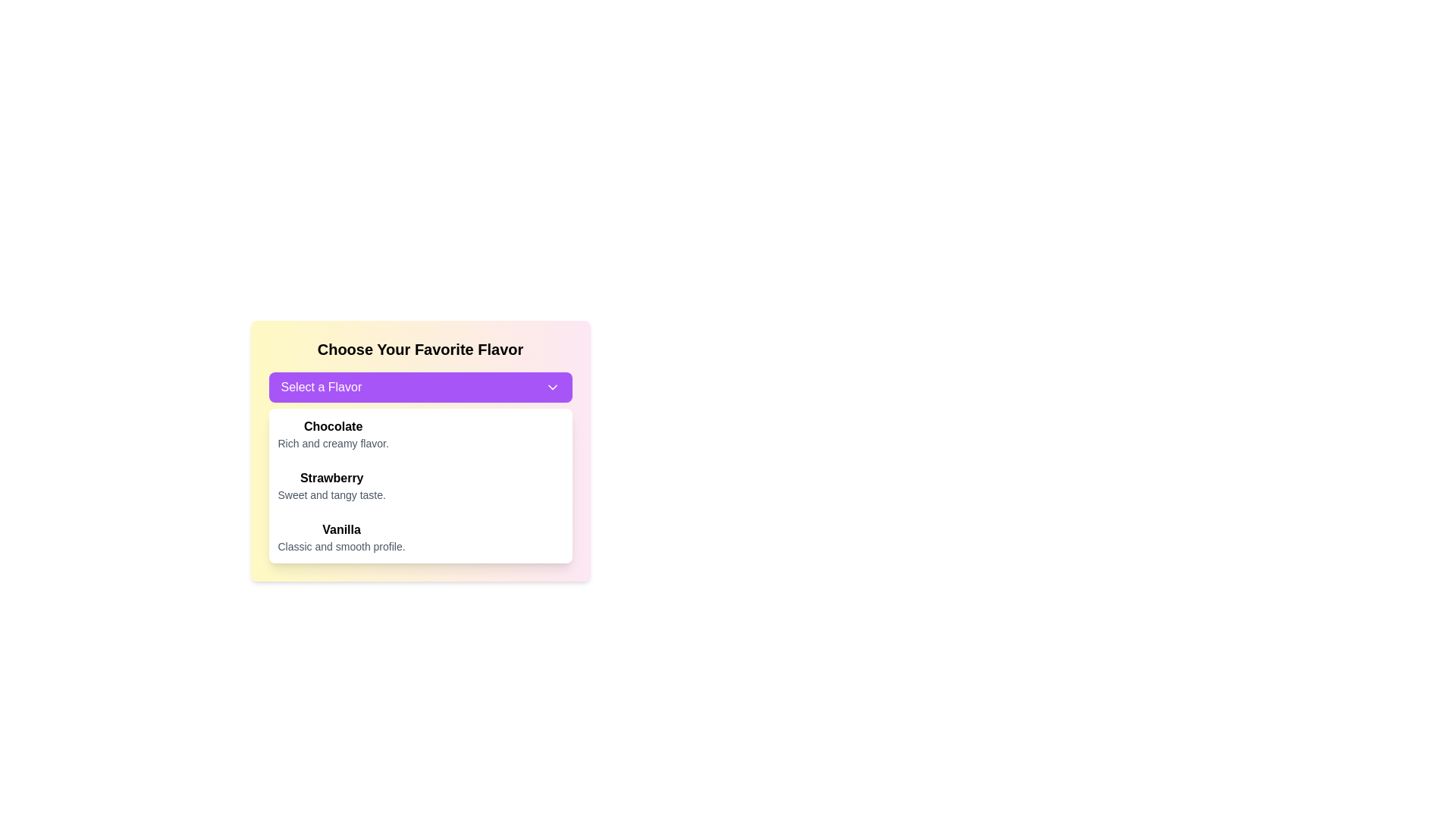 The image size is (1456, 819). I want to click on the flavor choice element labeled 'Strawberry' in the vertical list of flavors, so click(420, 485).